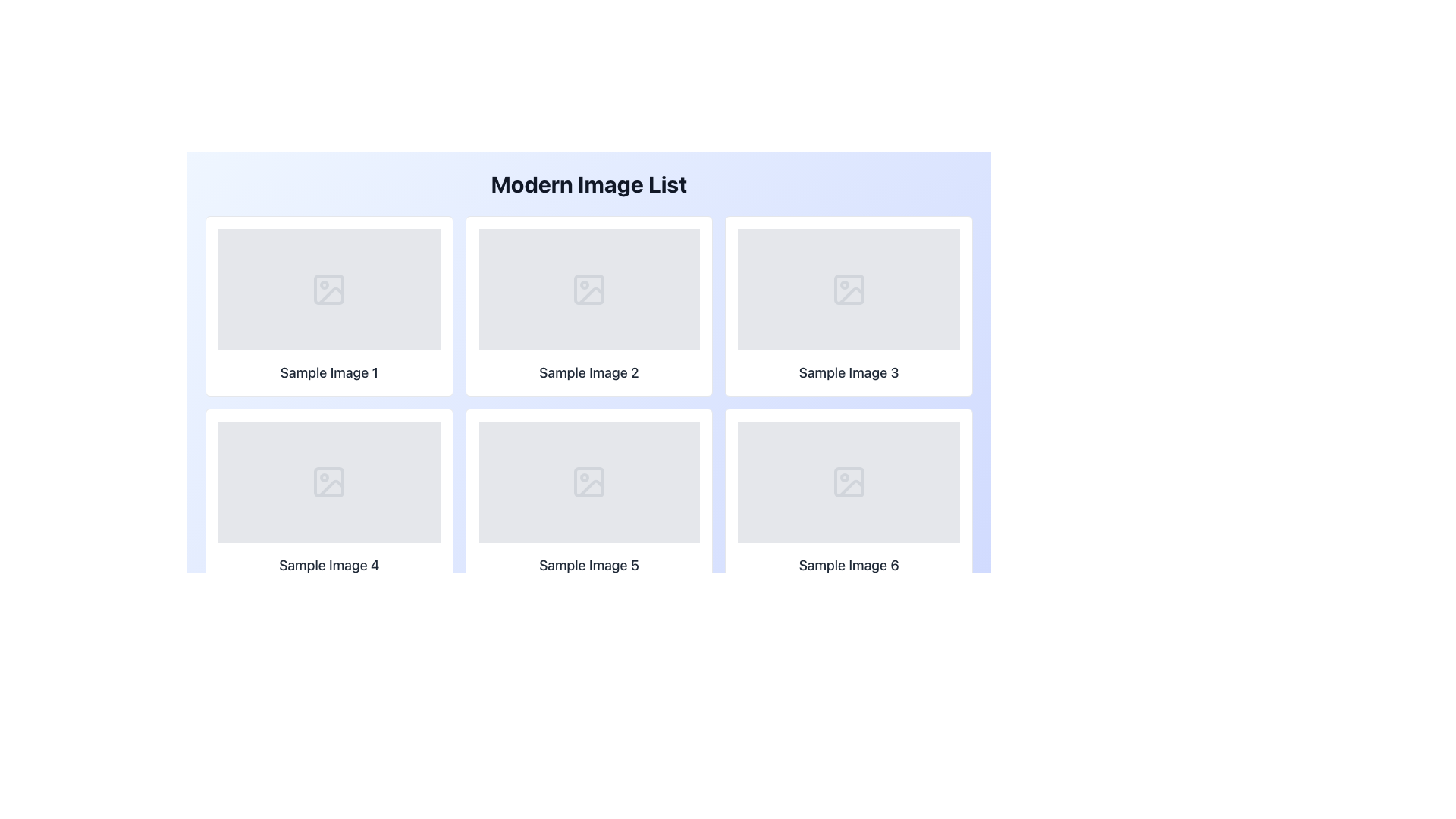  I want to click on text label displaying 'Sample Image 1', which is centered below the first image in the grid layout, so click(328, 373).